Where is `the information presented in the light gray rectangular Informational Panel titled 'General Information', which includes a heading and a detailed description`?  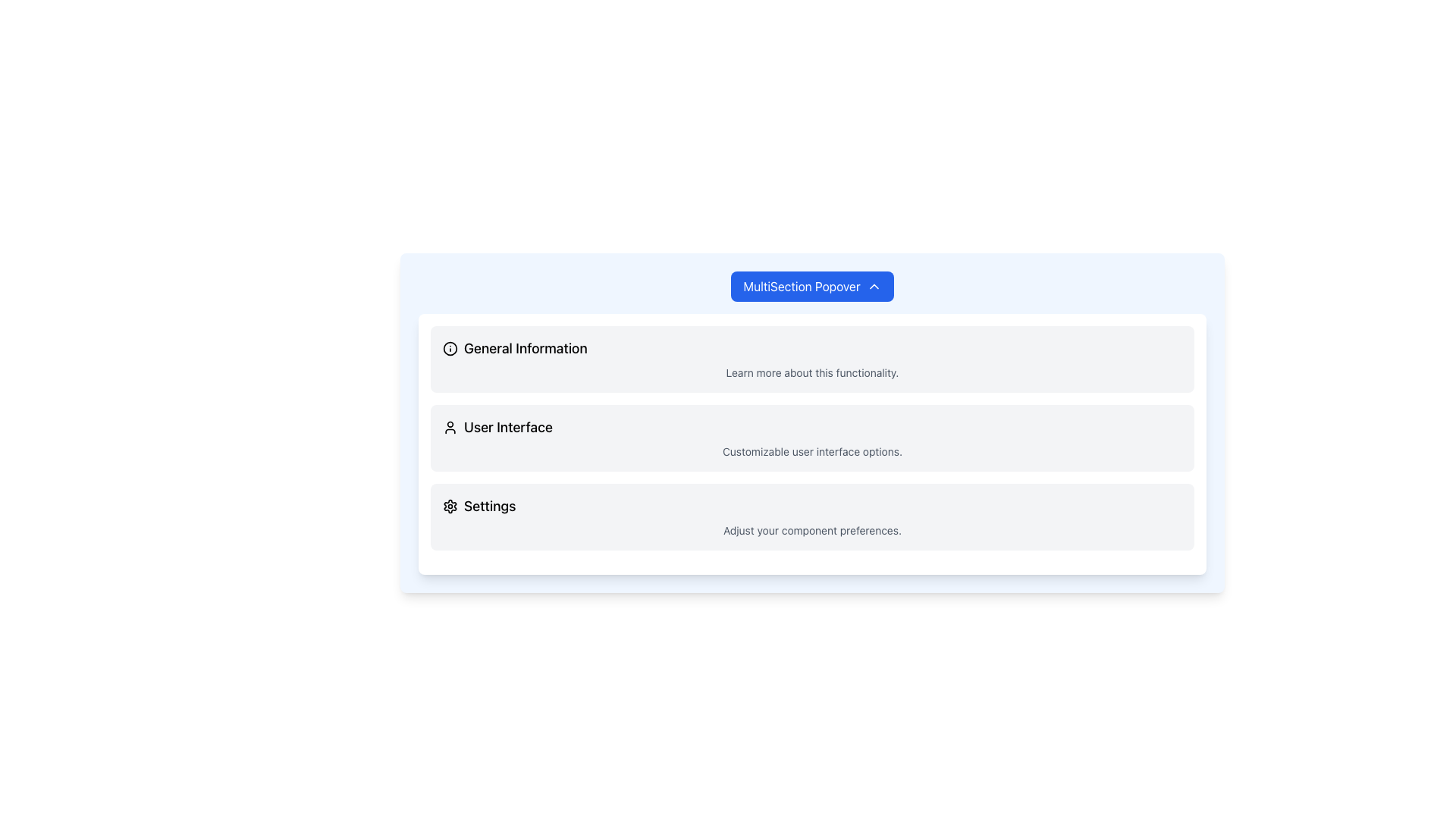 the information presented in the light gray rectangular Informational Panel titled 'General Information', which includes a heading and a detailed description is located at coordinates (811, 359).